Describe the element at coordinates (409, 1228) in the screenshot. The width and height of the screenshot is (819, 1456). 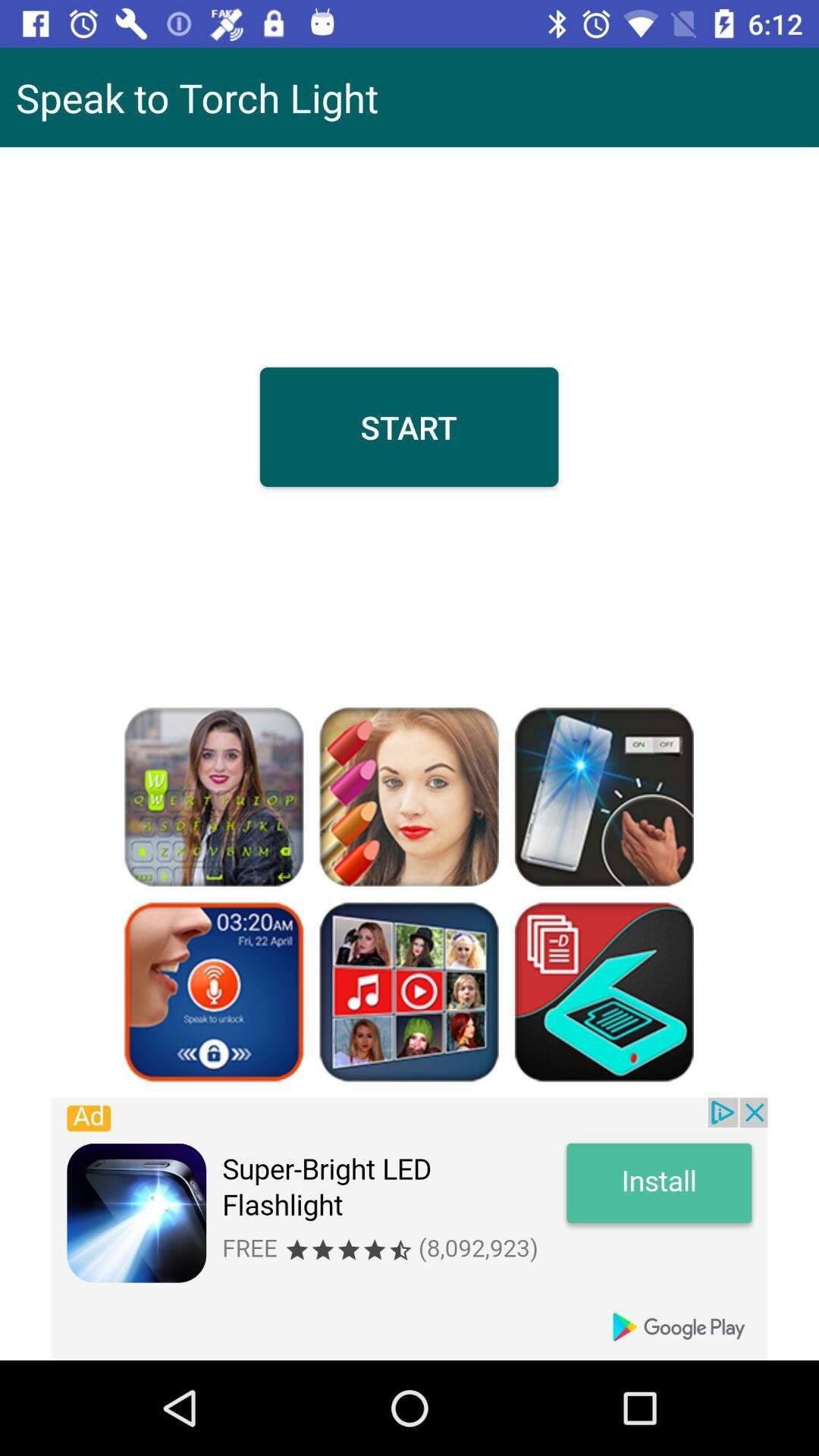
I see `advisement` at that location.